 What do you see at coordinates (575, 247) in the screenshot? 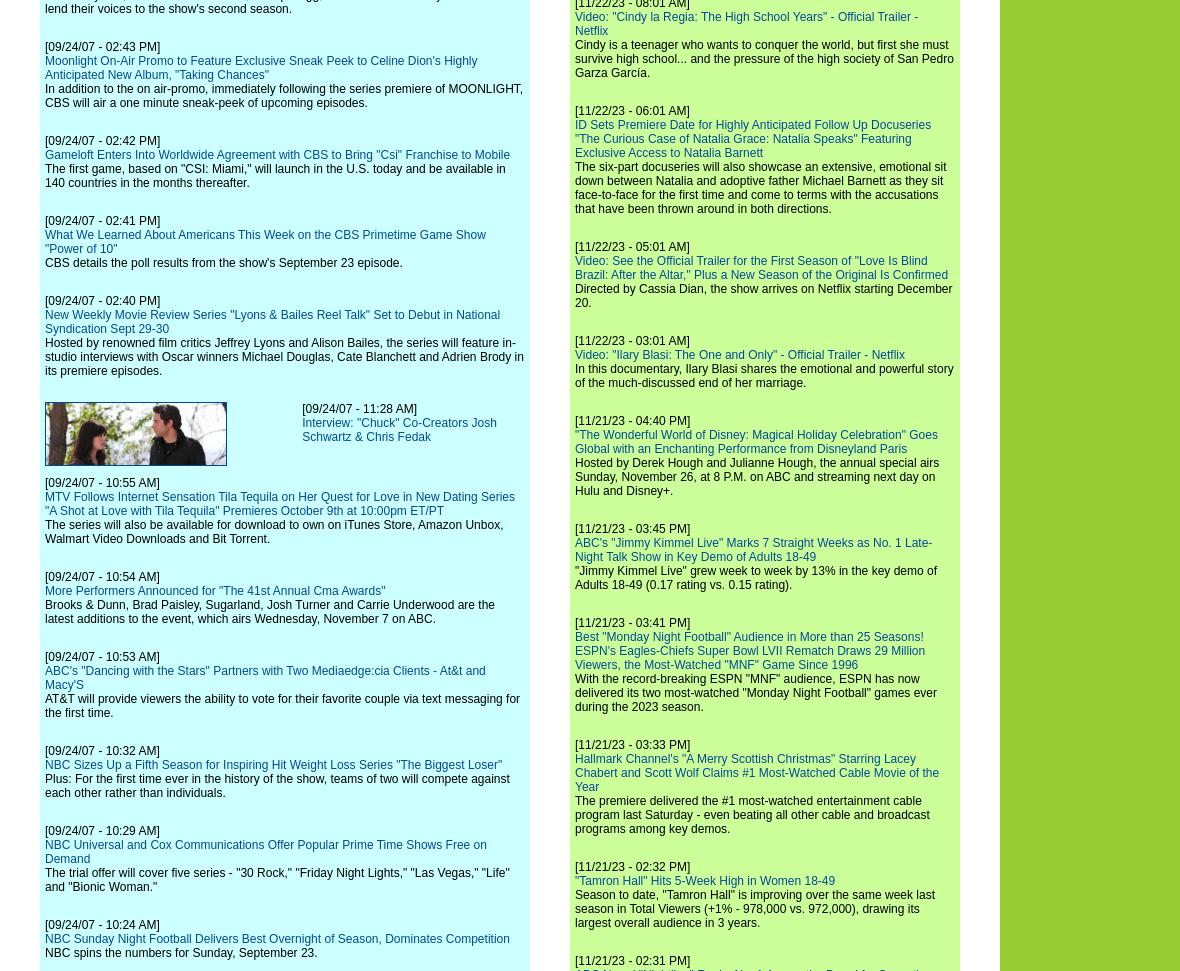
I see `'[11/22/23 - 05:01 AM]'` at bounding box center [575, 247].